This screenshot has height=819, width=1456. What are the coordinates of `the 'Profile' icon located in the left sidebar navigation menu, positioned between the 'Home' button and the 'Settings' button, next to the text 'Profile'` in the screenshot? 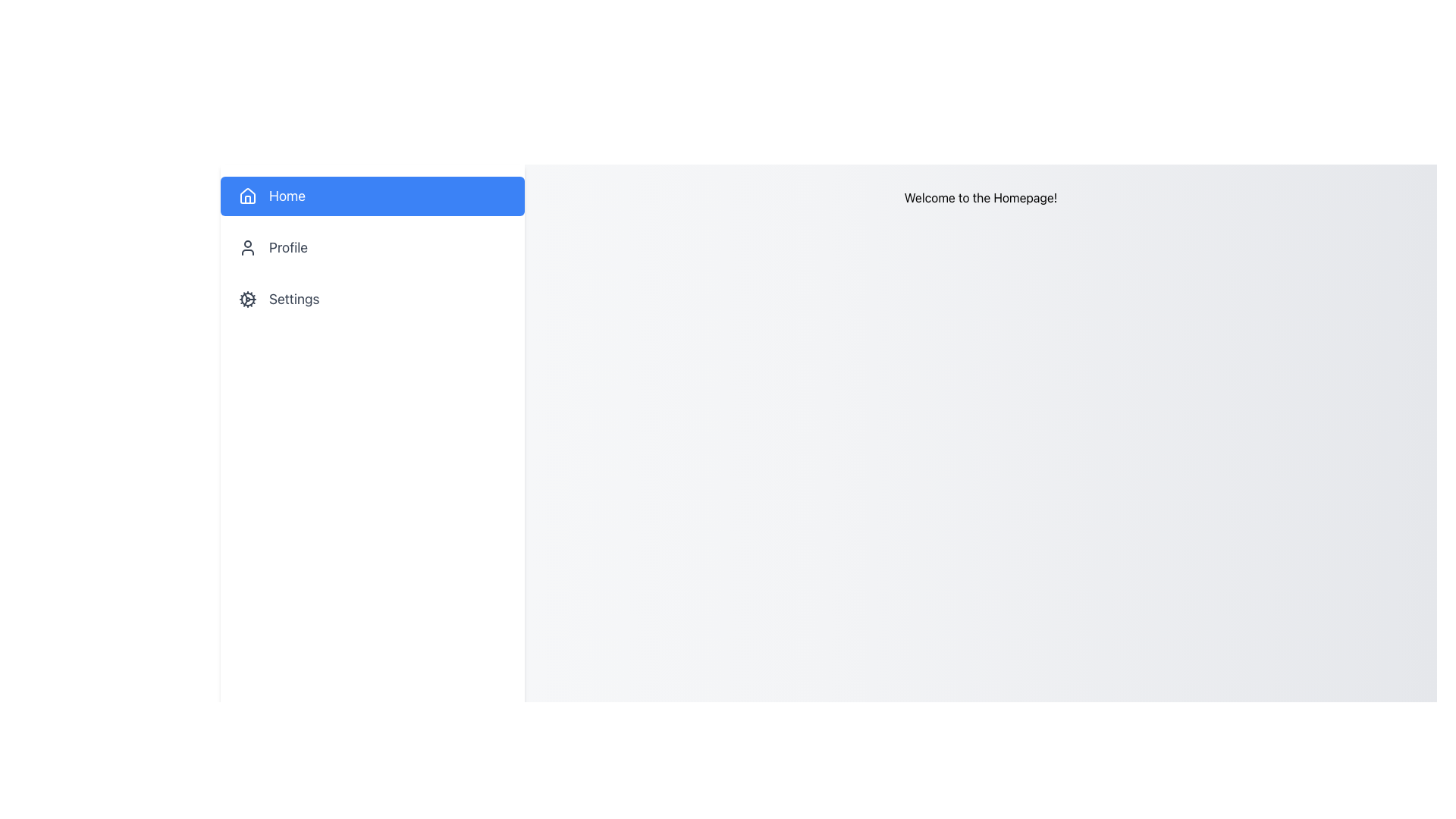 It's located at (247, 247).